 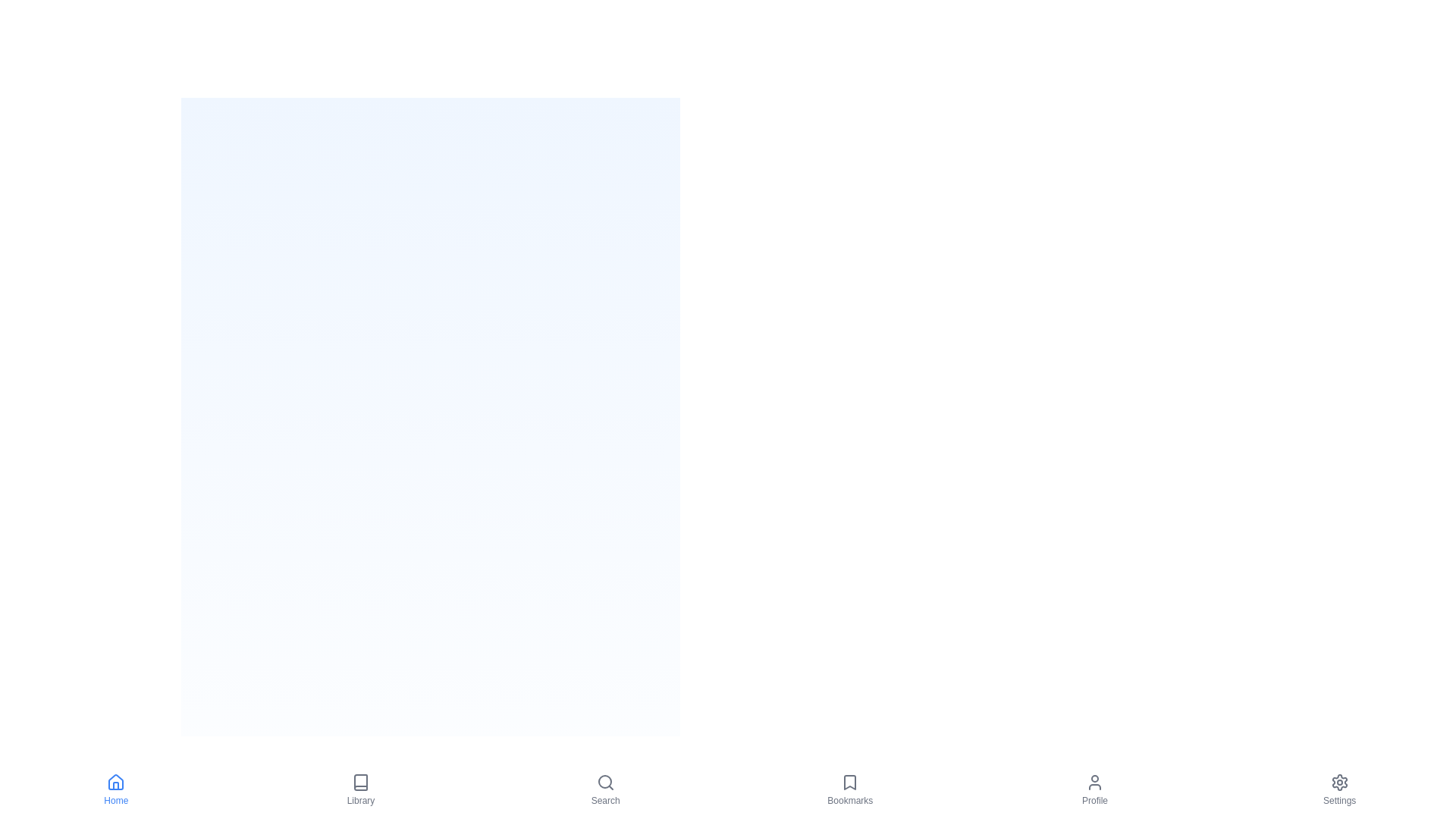 What do you see at coordinates (850, 789) in the screenshot?
I see `the Bookmarks tab by clicking its icon` at bounding box center [850, 789].